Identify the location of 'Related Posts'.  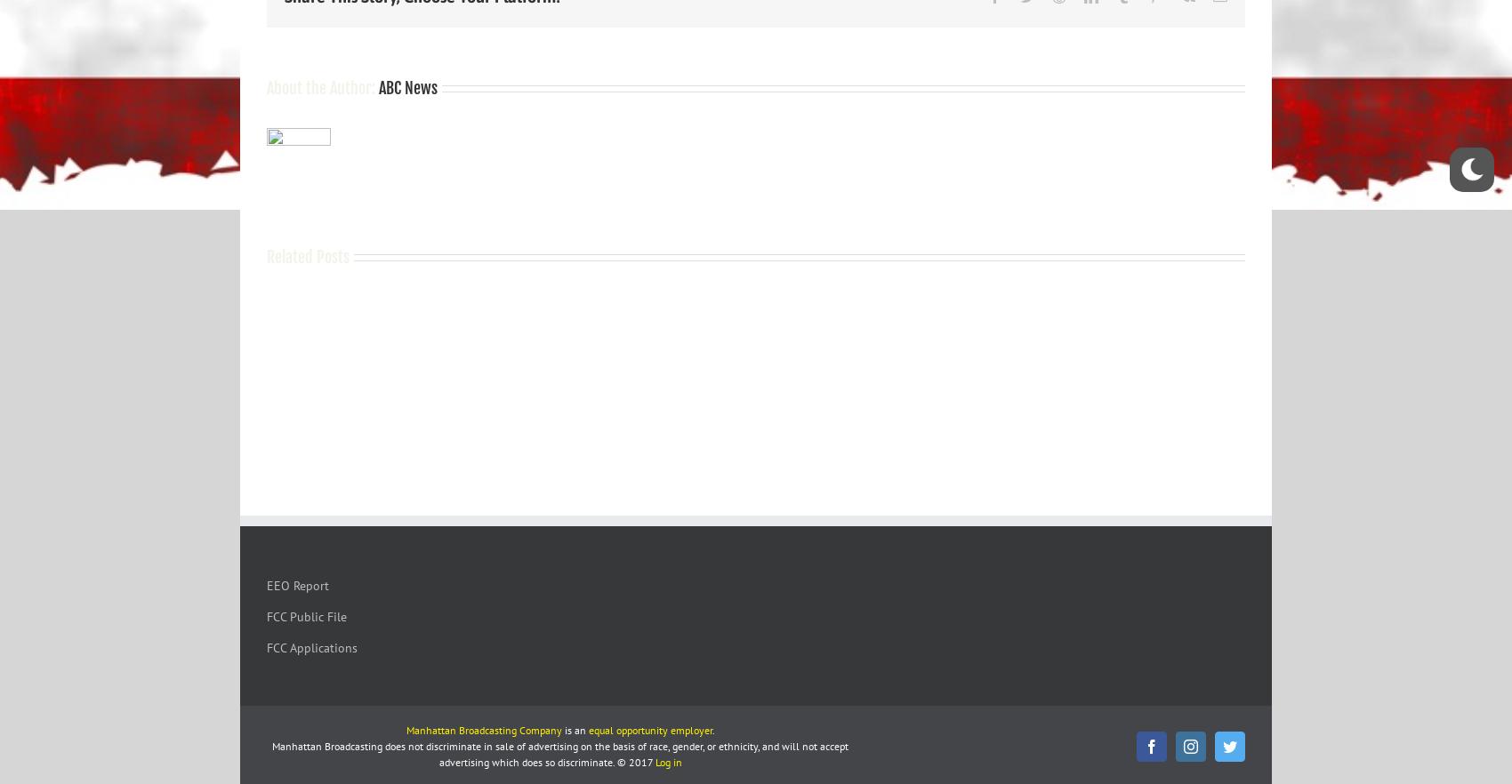
(267, 254).